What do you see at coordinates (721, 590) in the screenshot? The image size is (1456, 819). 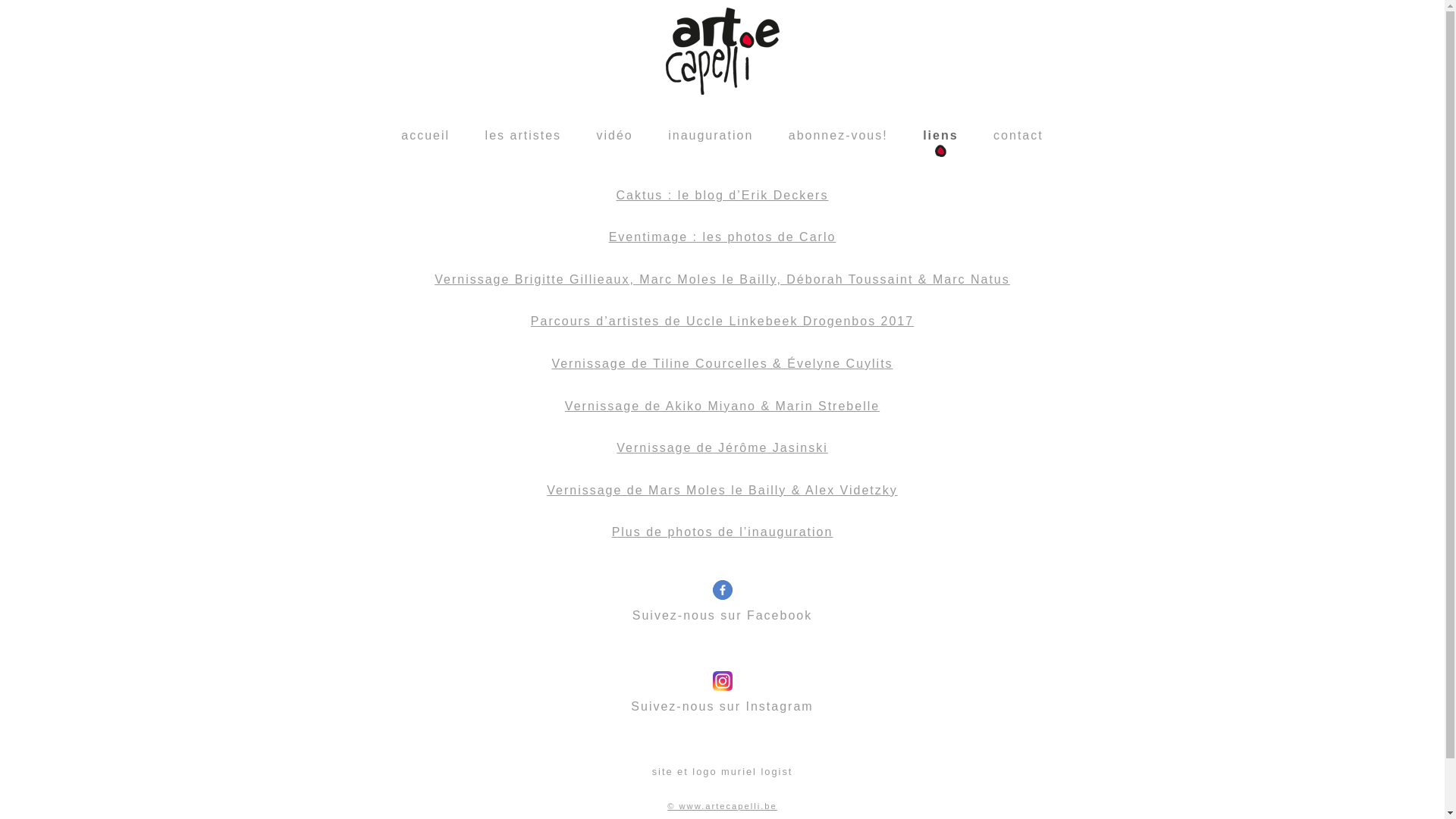 I see `'Suivez-nous sur Facebook'` at bounding box center [721, 590].